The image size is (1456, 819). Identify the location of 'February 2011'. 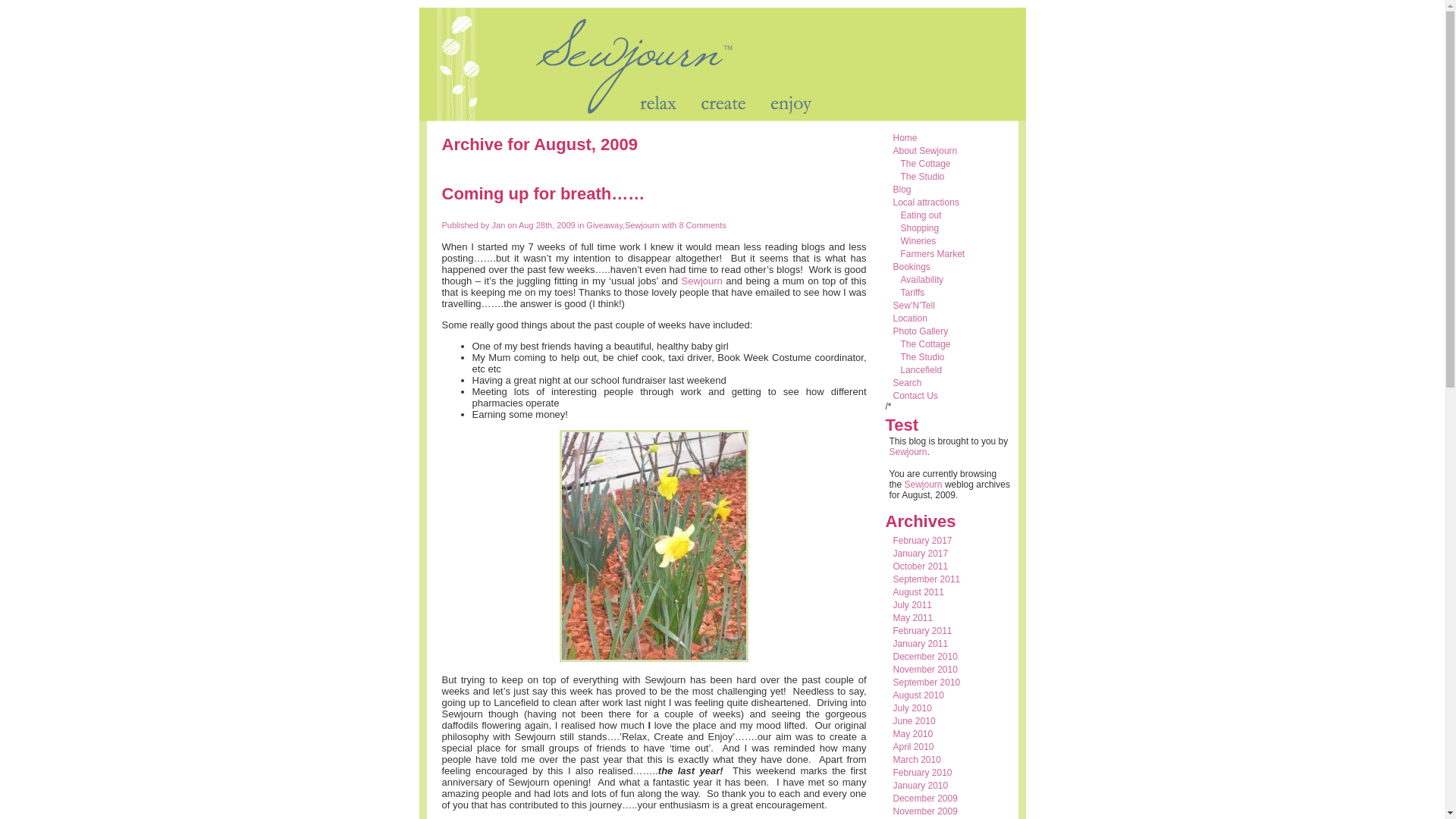
(922, 631).